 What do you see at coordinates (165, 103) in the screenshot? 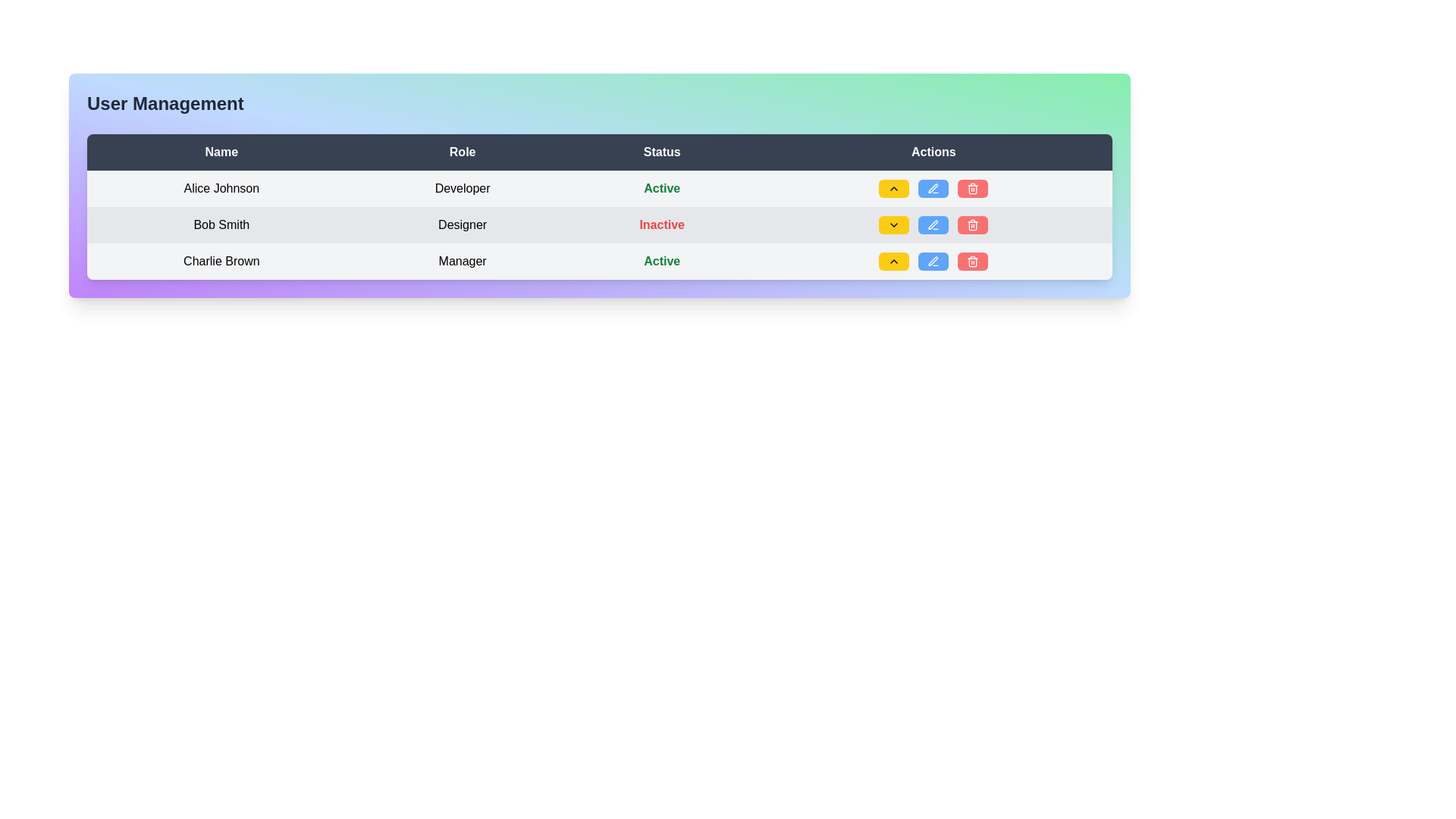
I see `title text indicating user management, positioned at the top left of the page above the user information table` at bounding box center [165, 103].